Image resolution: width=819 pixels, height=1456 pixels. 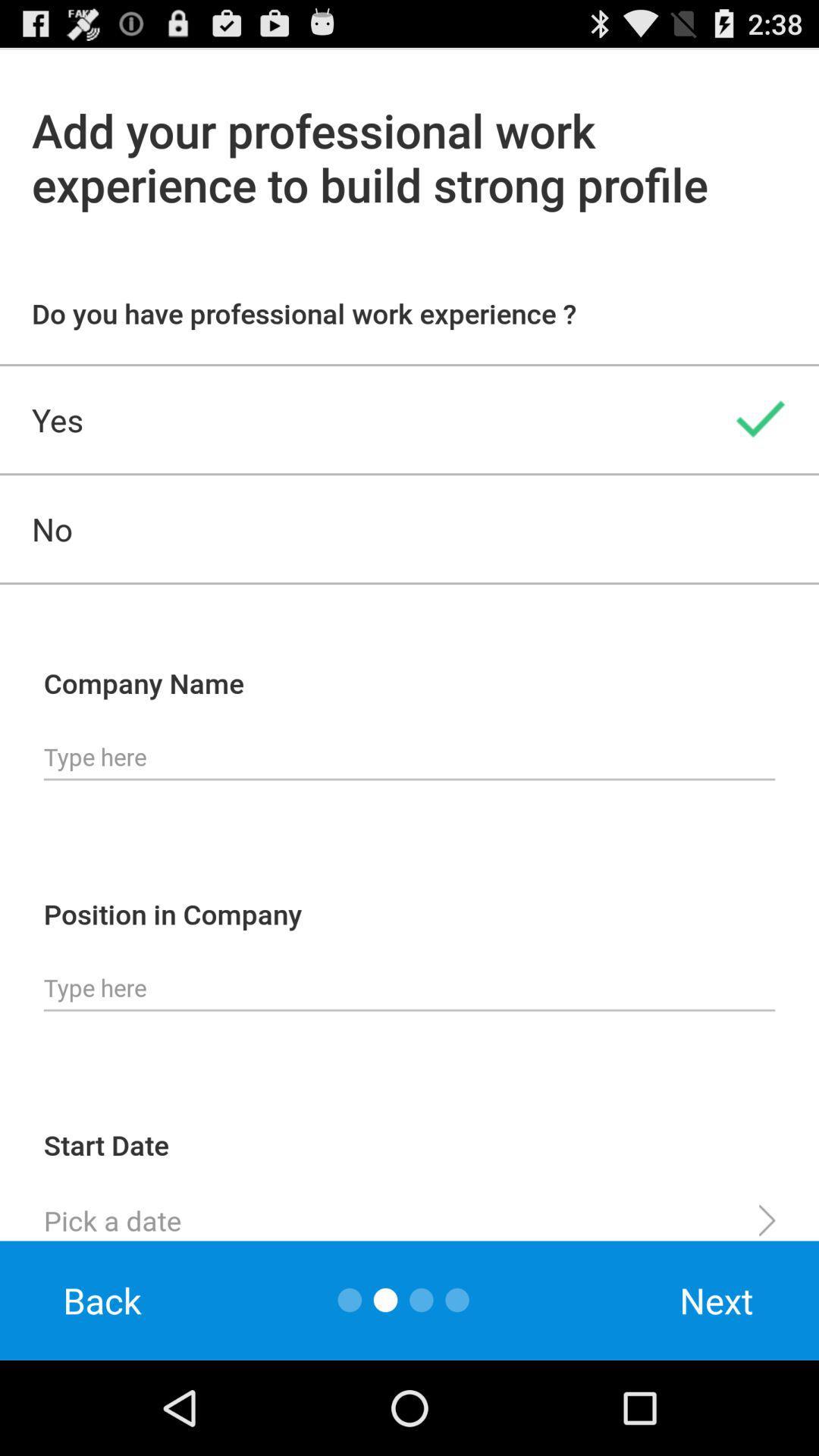 I want to click on the next button at bottom right corner of page, so click(x=717, y=1300).